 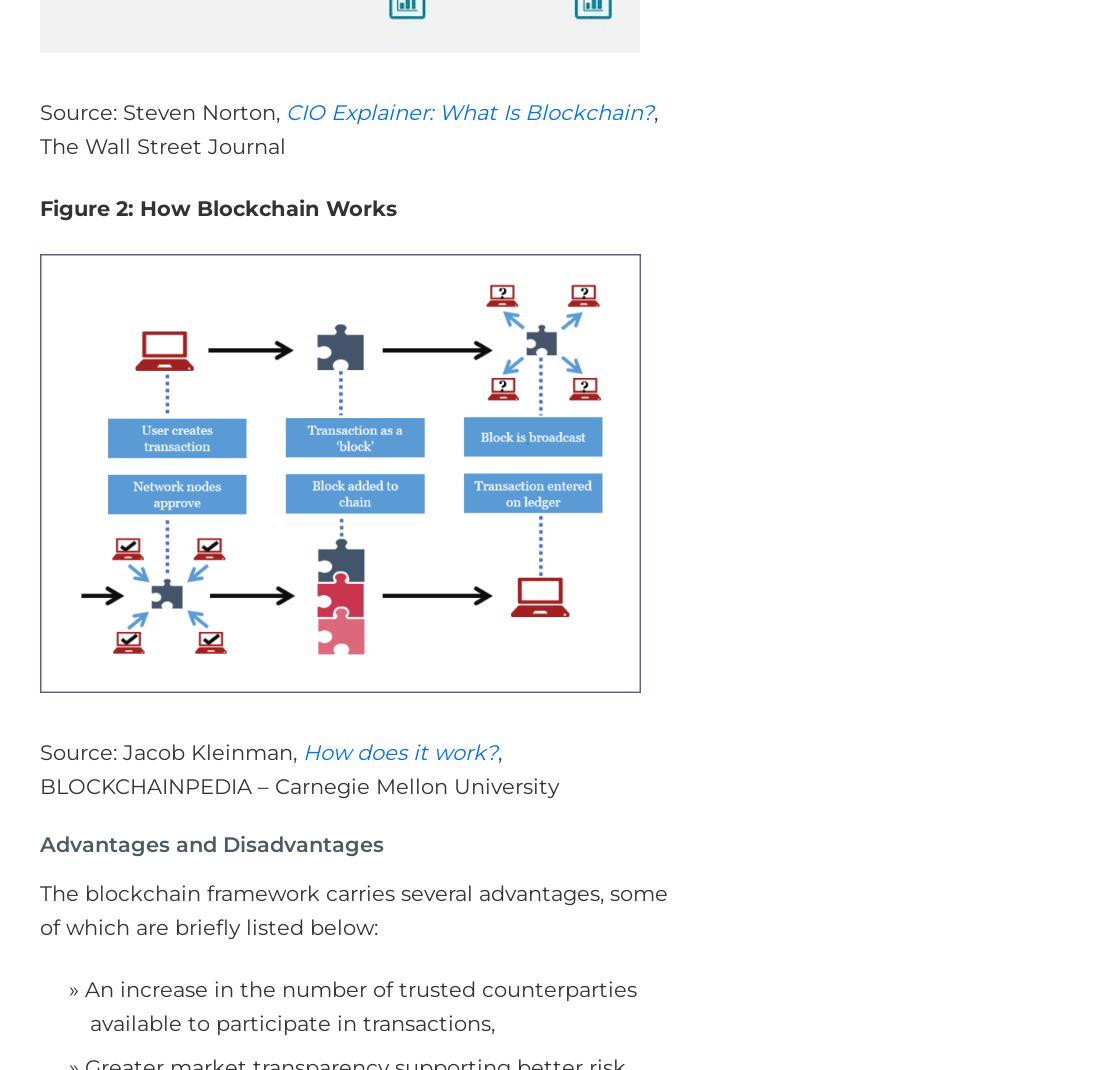 What do you see at coordinates (84, 1006) in the screenshot?
I see `'An increase in the number of trusted counterparties available to participate in transactions,'` at bounding box center [84, 1006].